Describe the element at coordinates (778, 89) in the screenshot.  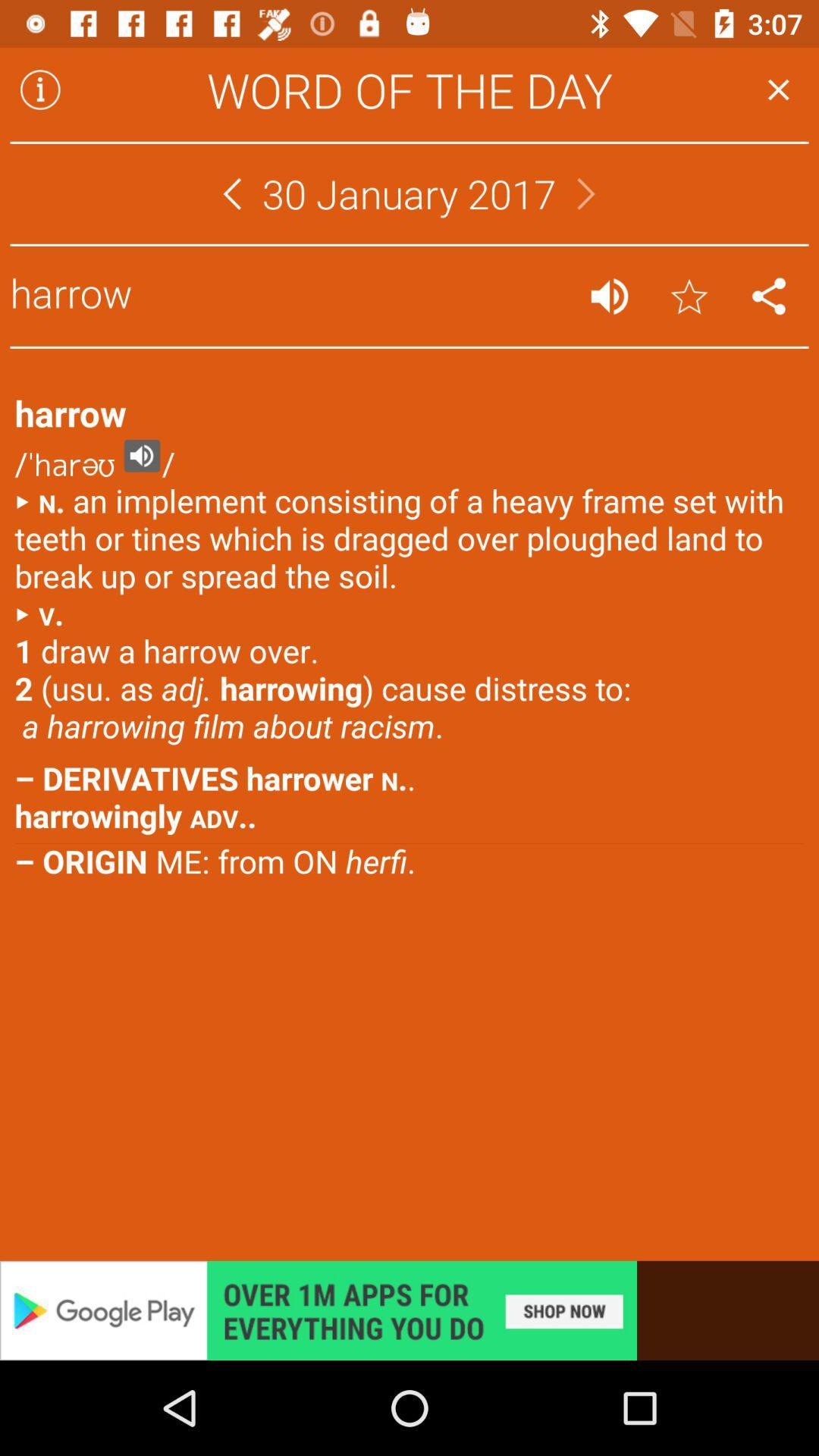
I see `go back` at that location.